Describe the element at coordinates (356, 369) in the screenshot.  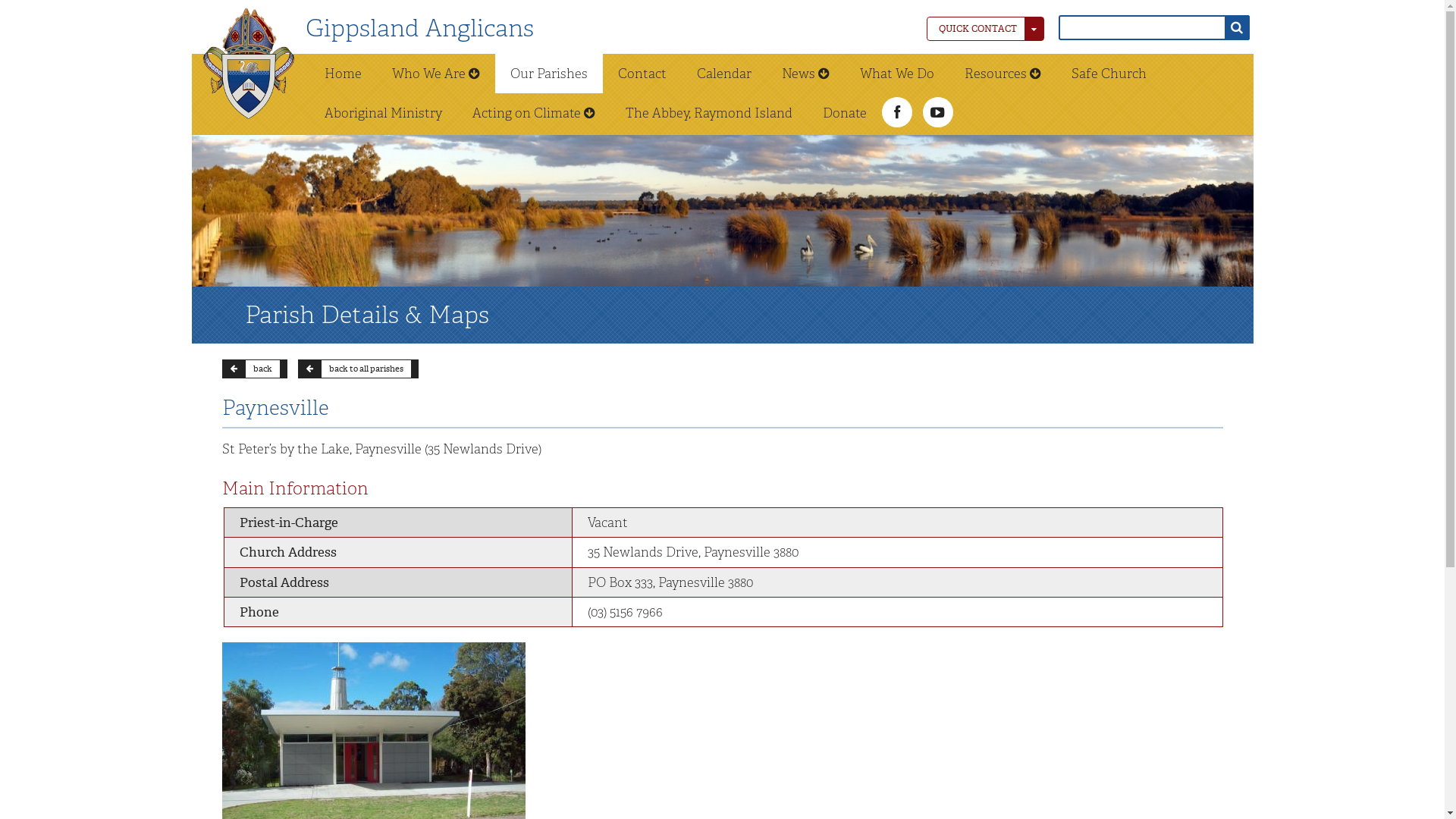
I see `'back to all parishes'` at that location.